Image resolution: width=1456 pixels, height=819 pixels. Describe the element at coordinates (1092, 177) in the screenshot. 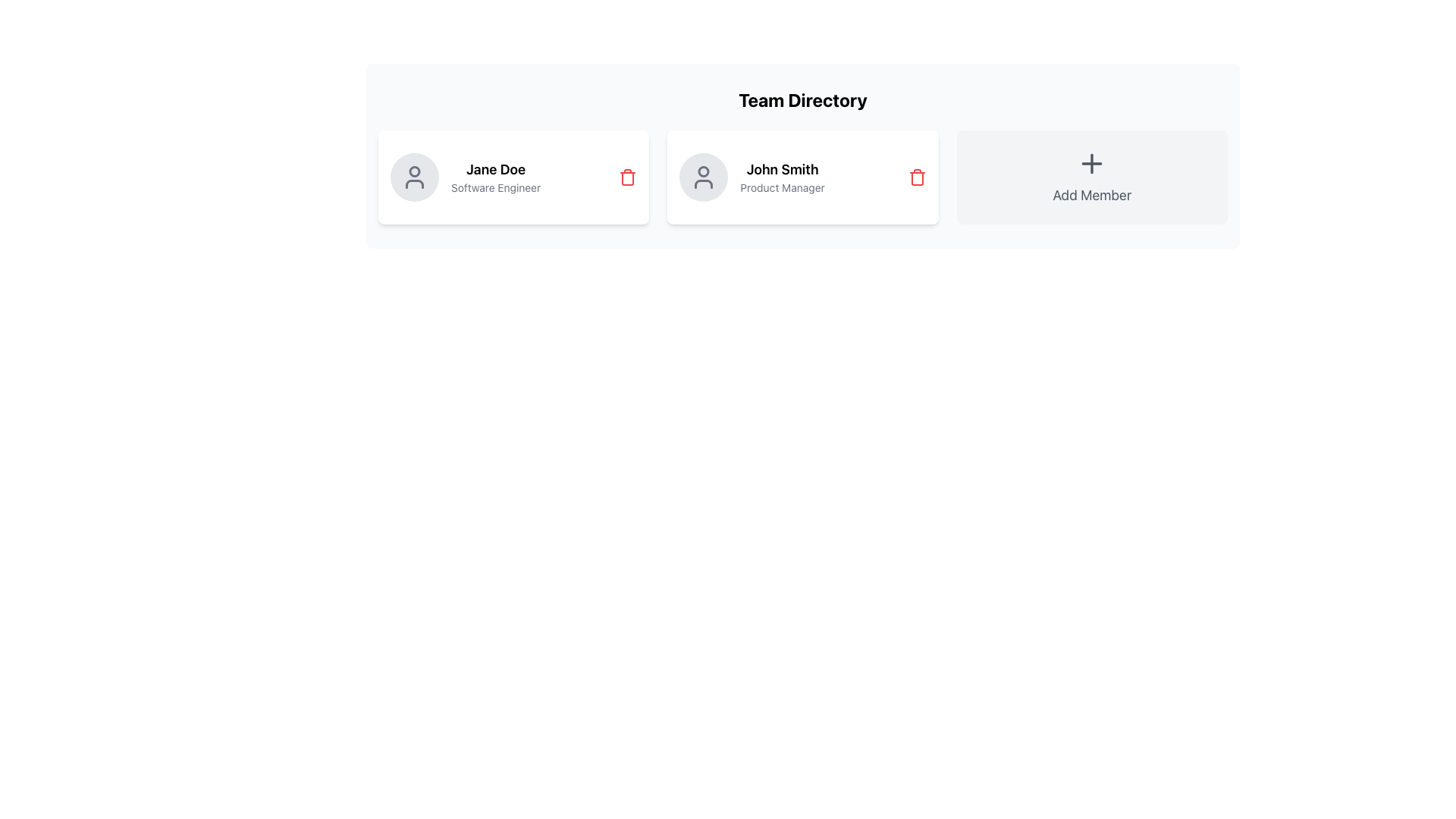

I see `the interactive button that allows users to add new members to the directory, located as the third item in the grid layout, to observe any visual changes` at that location.